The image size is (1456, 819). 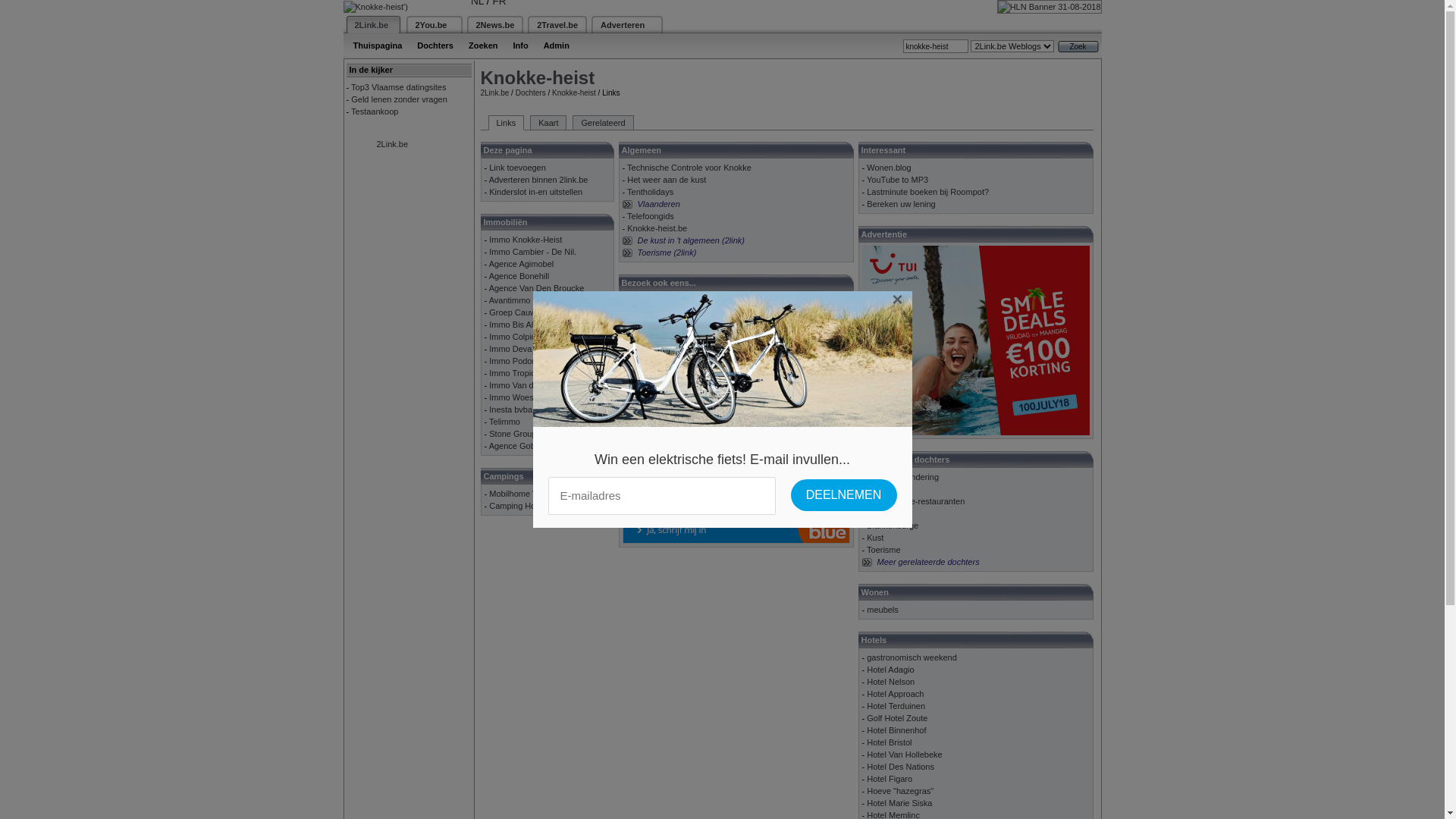 I want to click on 'Immo Van de walle', so click(x=524, y=384).